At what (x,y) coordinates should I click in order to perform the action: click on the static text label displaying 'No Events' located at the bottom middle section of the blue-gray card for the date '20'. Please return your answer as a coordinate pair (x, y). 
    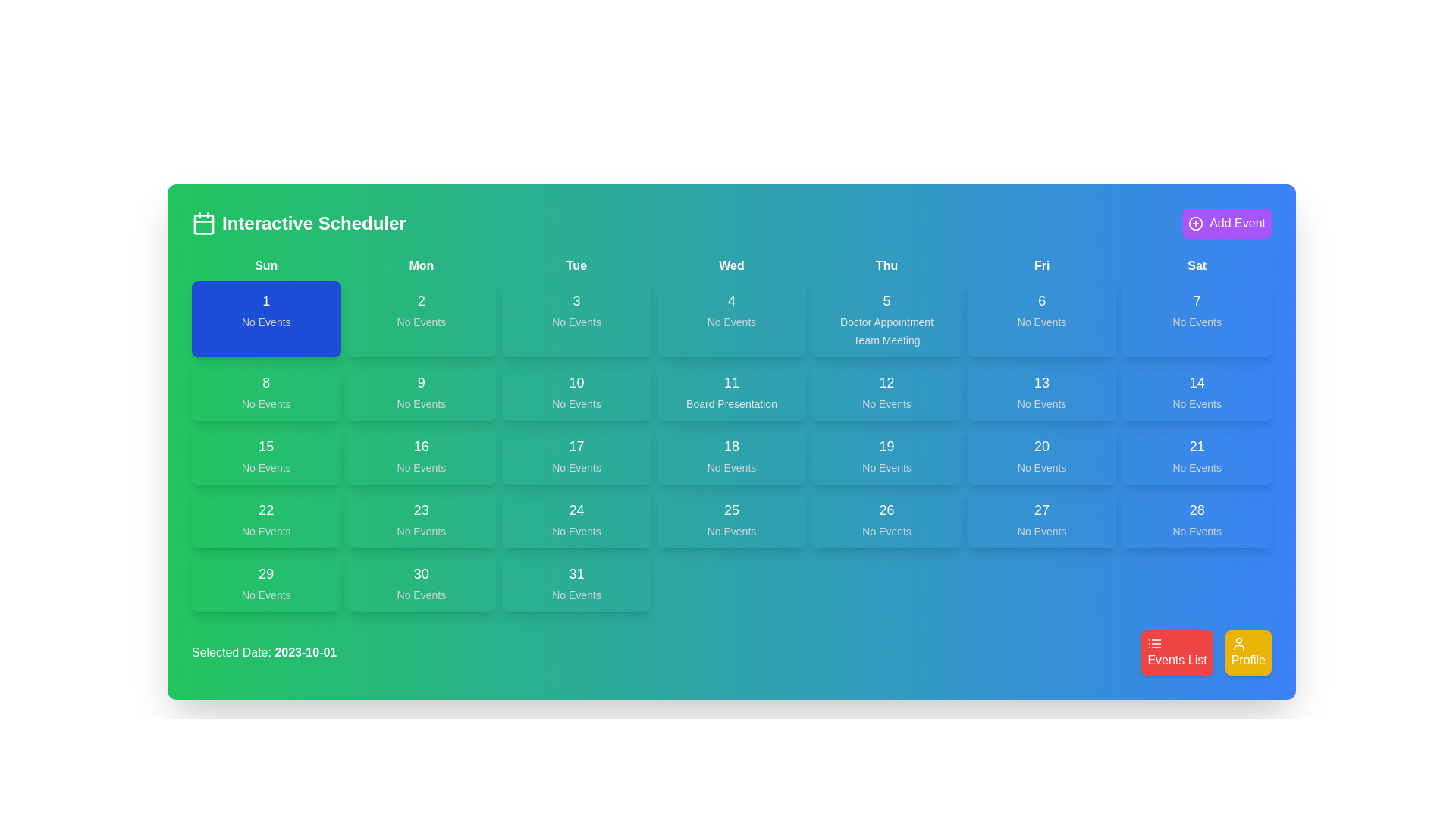
    Looking at the image, I should click on (1041, 467).